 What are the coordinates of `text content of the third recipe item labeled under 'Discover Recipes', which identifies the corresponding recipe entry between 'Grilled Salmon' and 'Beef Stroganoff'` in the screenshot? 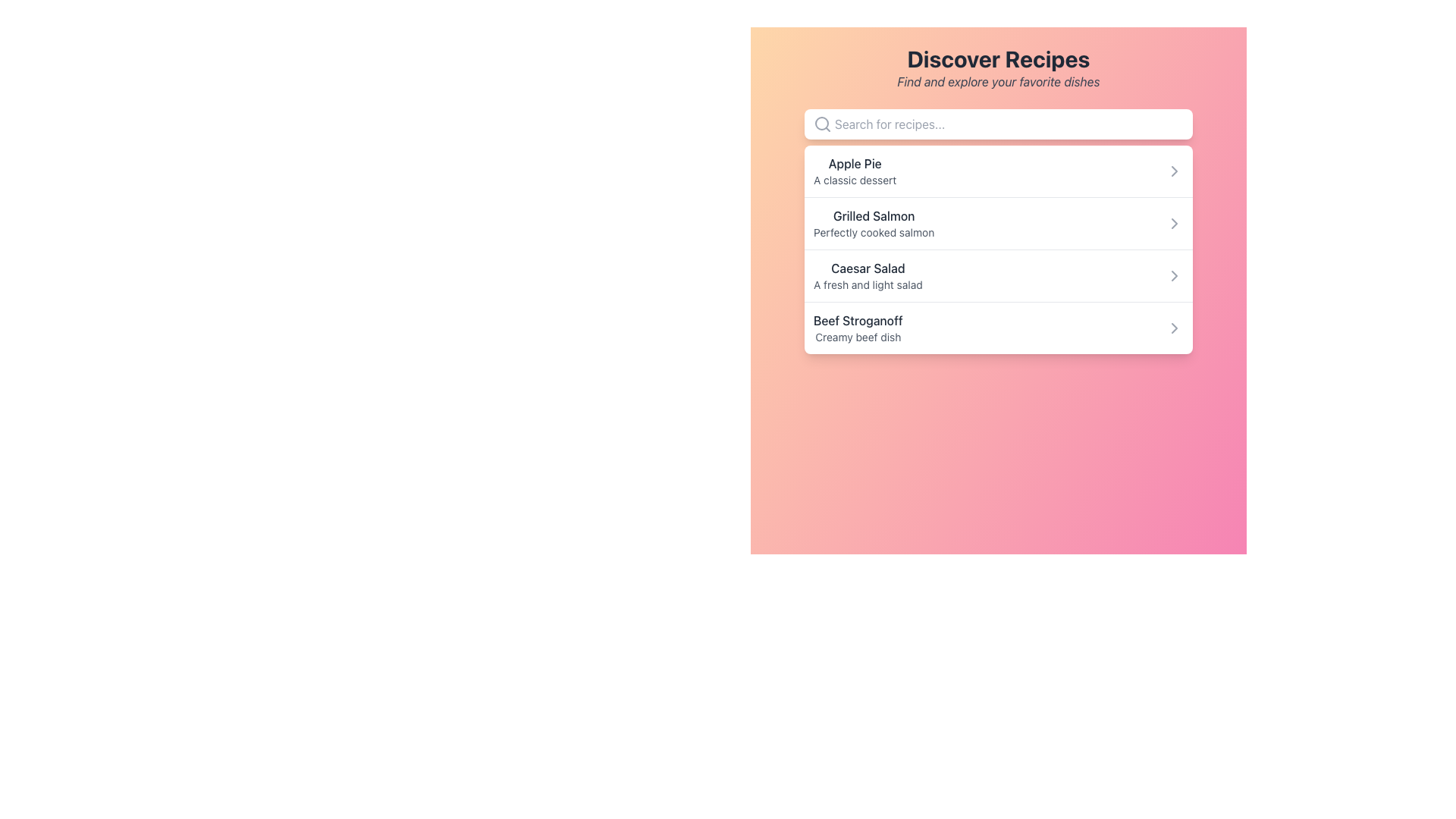 It's located at (868, 268).